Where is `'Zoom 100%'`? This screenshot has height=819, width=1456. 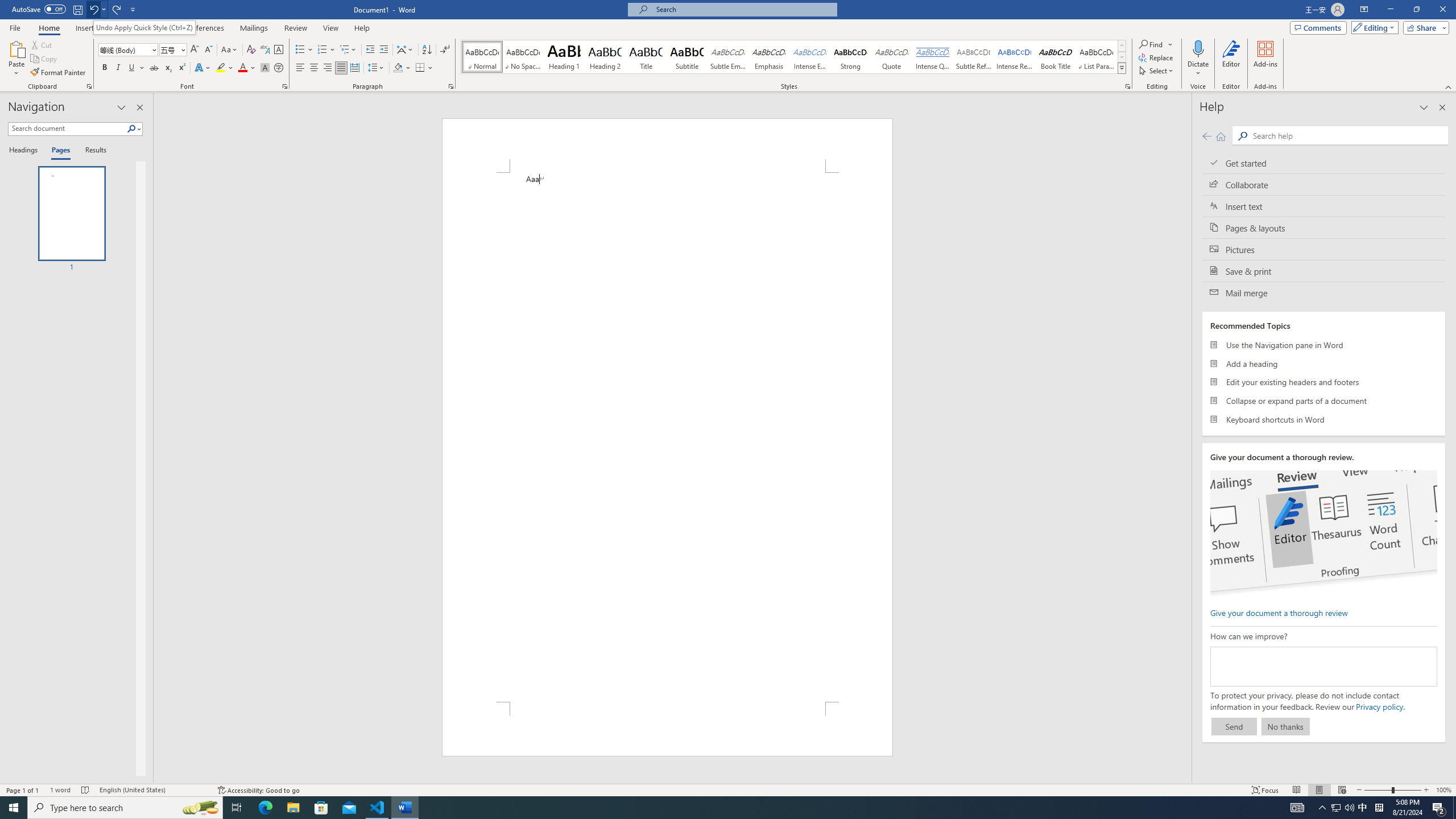
'Zoom 100%' is located at coordinates (1443, 790).